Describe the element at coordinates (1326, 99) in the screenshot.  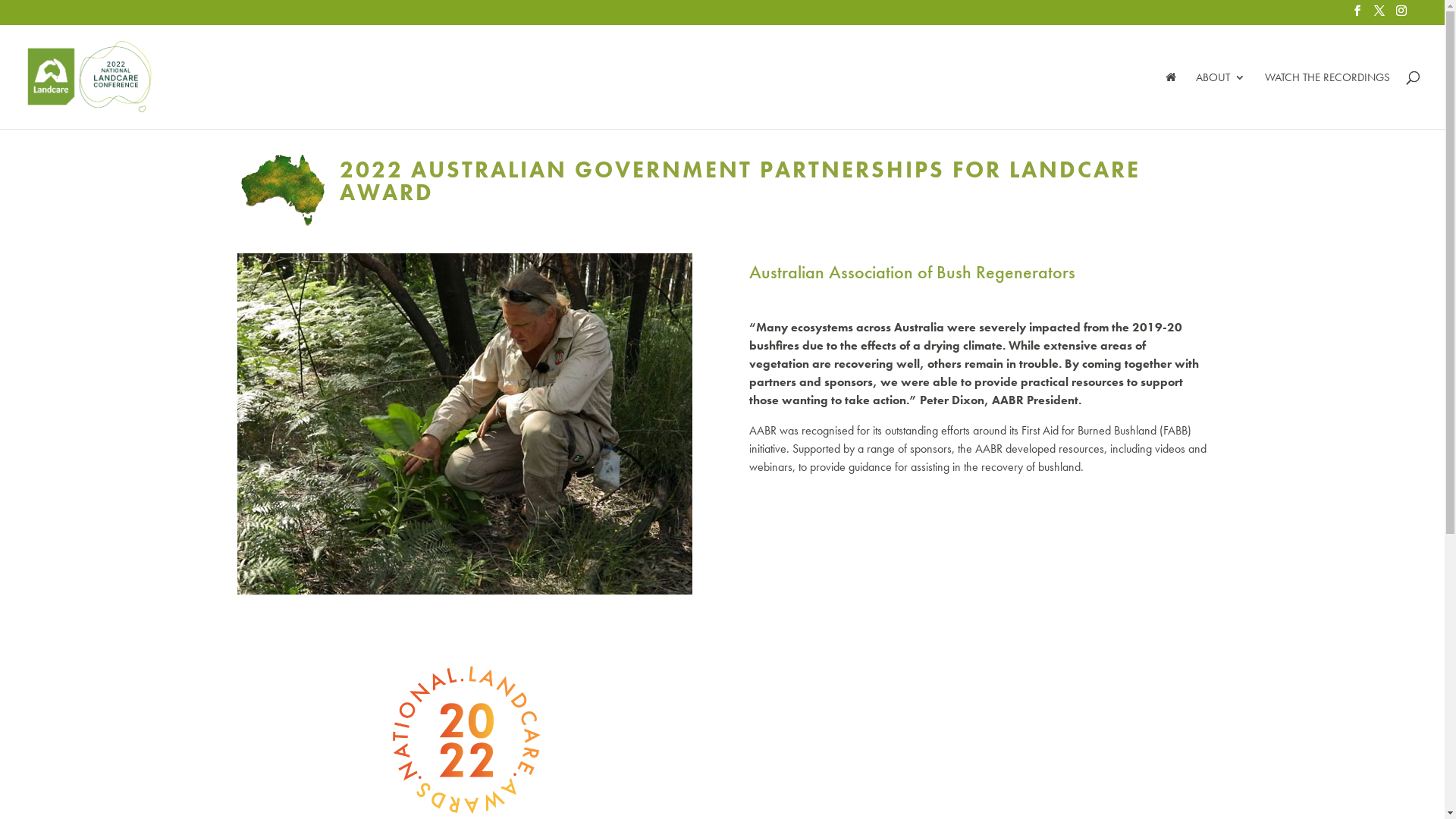
I see `'WATCH THE RECORDINGS'` at that location.